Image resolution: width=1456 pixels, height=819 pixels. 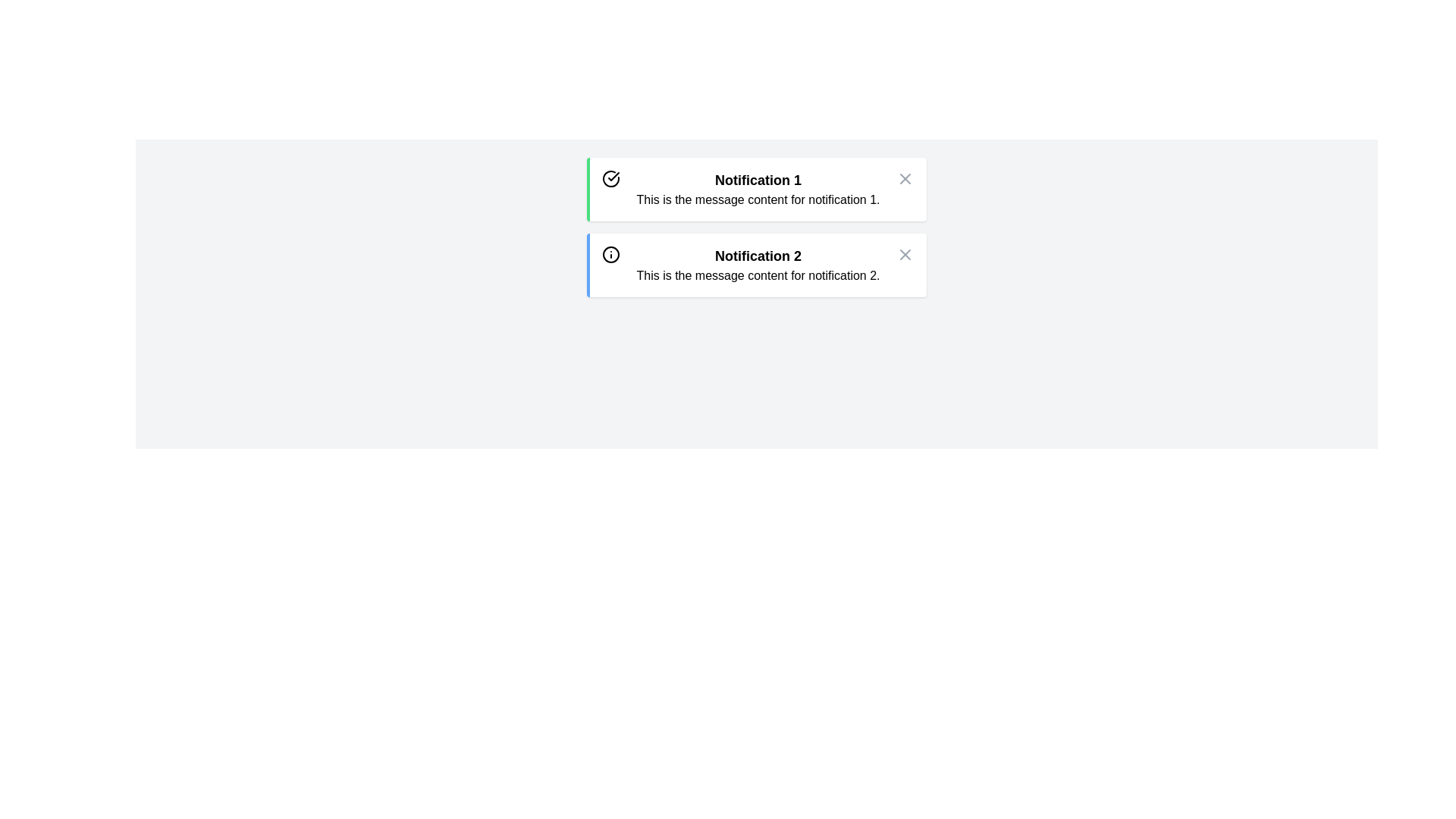 What do you see at coordinates (611, 177) in the screenshot?
I see `the success icon located at the top-left corner of the 'Notification 1' box, which indicates a completed or successful state` at bounding box center [611, 177].